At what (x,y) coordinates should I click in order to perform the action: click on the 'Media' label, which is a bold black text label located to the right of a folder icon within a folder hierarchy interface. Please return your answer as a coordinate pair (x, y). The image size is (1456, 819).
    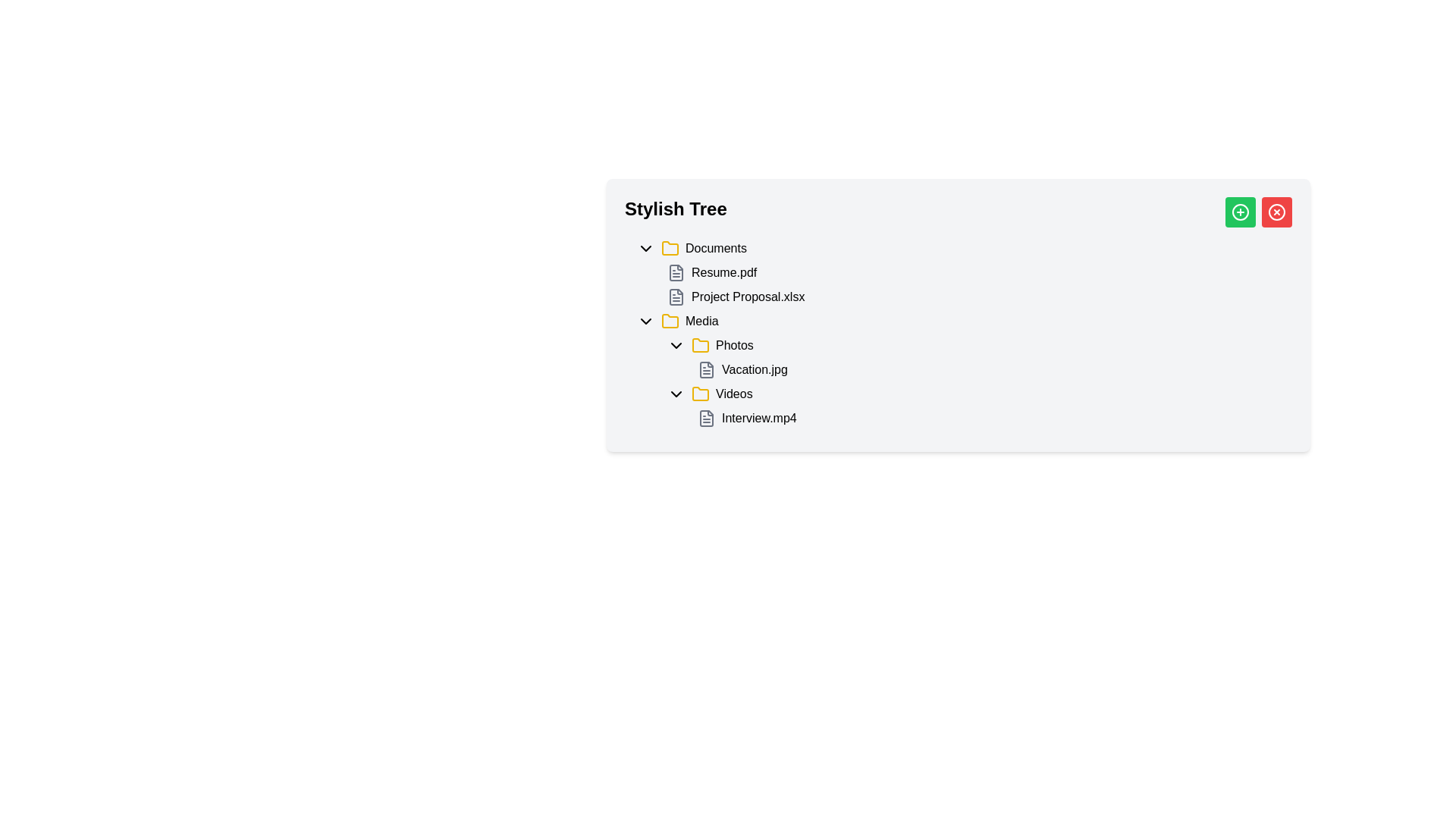
    Looking at the image, I should click on (701, 321).